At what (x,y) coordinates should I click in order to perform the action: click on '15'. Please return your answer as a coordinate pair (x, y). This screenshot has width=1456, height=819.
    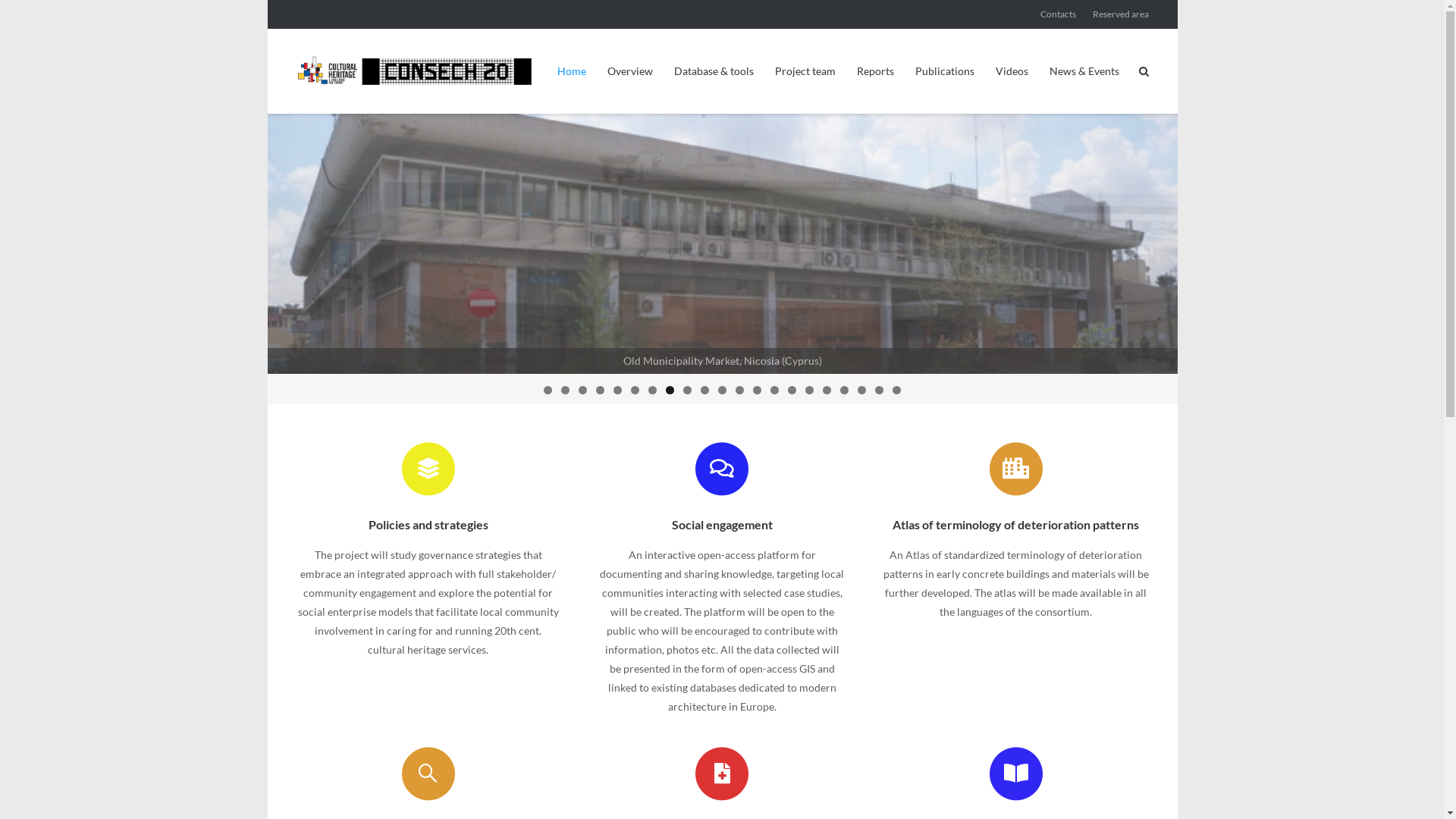
    Looking at the image, I should click on (791, 389).